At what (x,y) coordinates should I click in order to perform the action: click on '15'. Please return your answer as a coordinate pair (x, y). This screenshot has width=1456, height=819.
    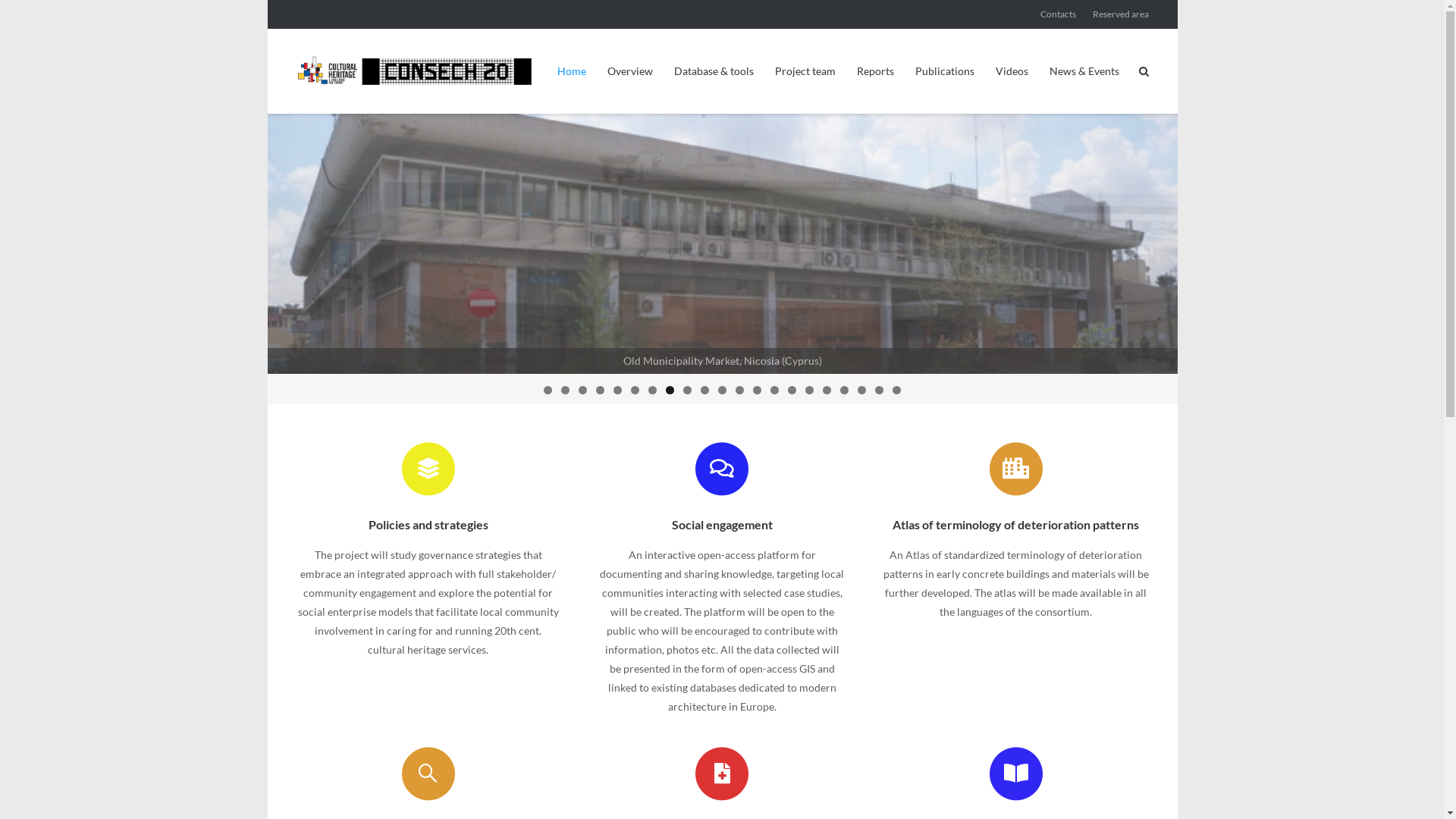
    Looking at the image, I should click on (791, 389).